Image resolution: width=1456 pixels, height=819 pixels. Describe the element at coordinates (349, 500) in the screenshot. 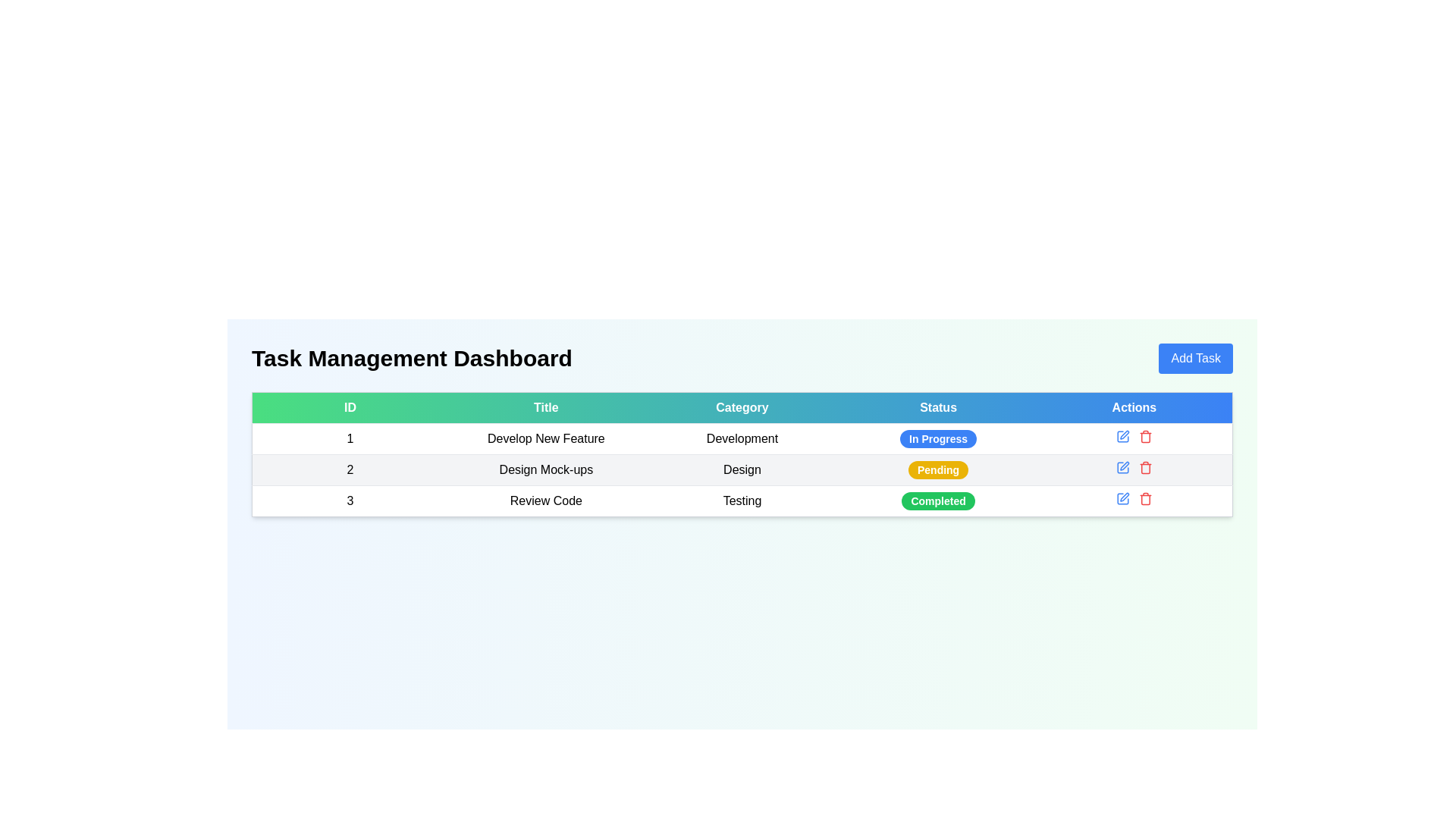

I see `the text label displaying the numeral '3' which is centered in its cell and located in the leftmost cell of the last row under the 'ID' column` at that location.